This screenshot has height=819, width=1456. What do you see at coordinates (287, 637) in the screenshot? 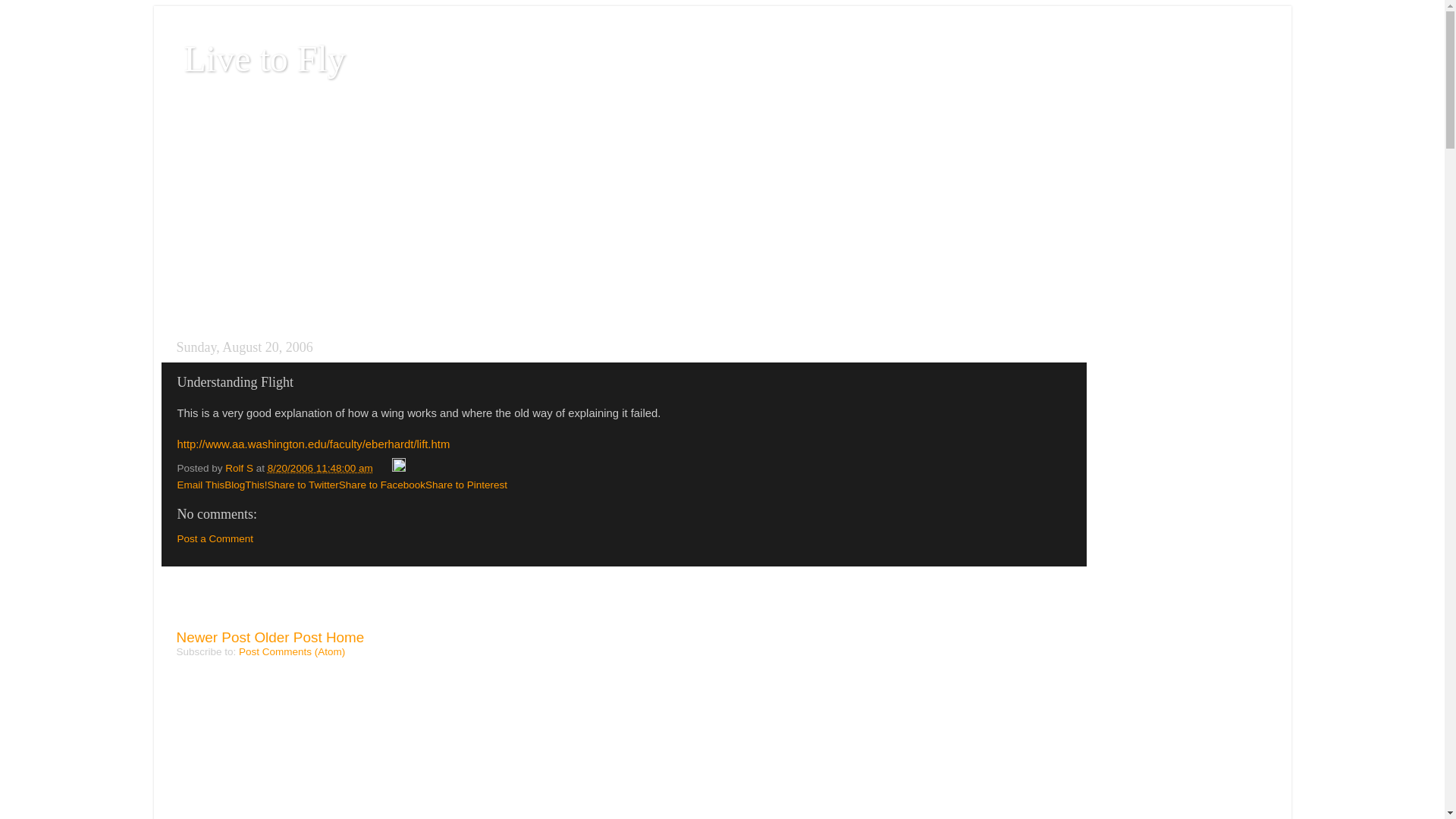
I see `'Older Post'` at bounding box center [287, 637].